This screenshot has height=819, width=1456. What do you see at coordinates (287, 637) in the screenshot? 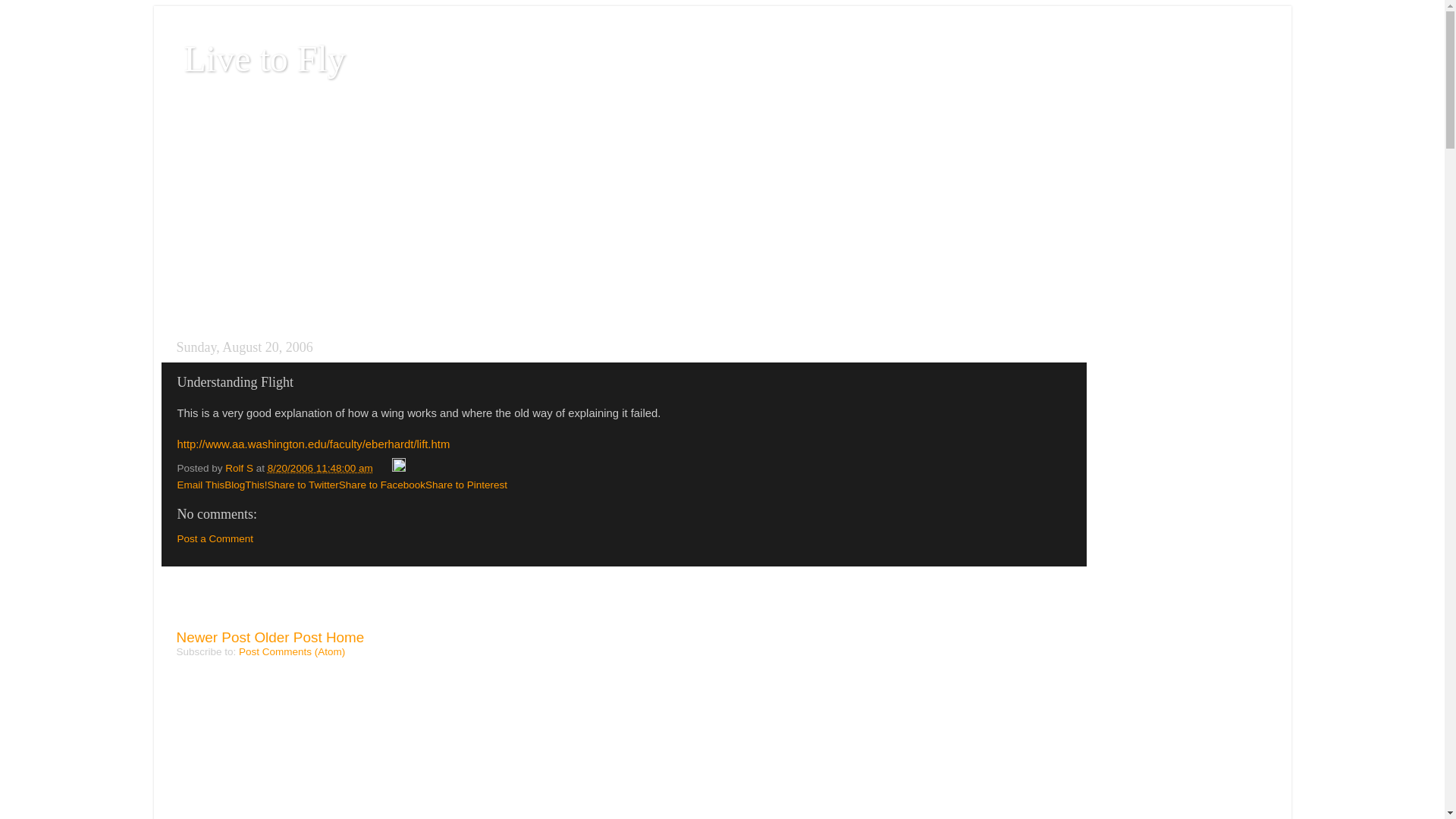
I see `'Older Post'` at bounding box center [287, 637].